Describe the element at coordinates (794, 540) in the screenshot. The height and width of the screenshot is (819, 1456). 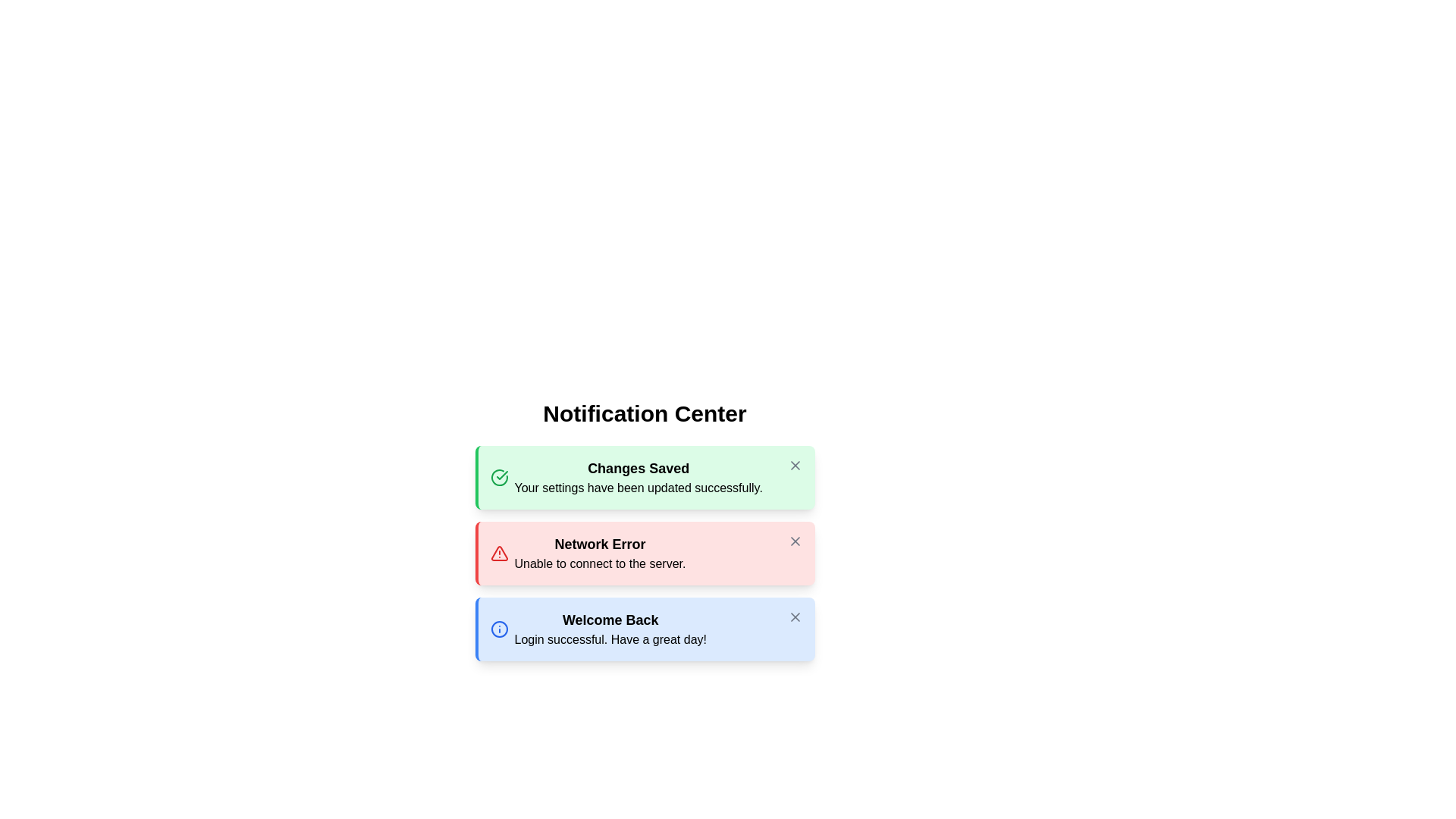
I see `the small X-shaped icon on the far-right side of the 'Network Error' notification box` at that location.